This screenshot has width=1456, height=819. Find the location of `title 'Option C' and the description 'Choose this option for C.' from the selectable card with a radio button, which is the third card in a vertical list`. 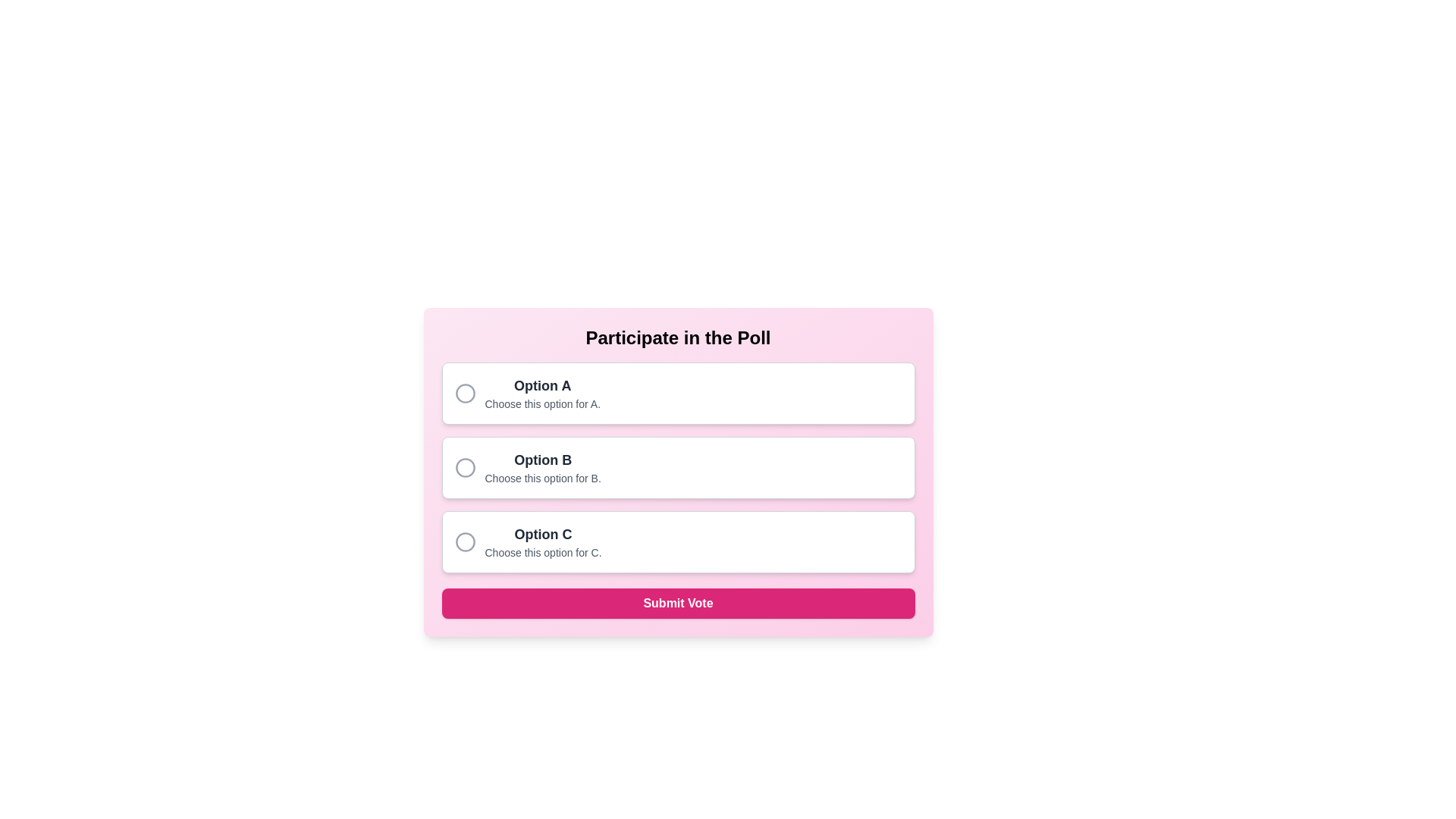

title 'Option C' and the description 'Choose this option for C.' from the selectable card with a radio button, which is the third card in a vertical list is located at coordinates (677, 541).